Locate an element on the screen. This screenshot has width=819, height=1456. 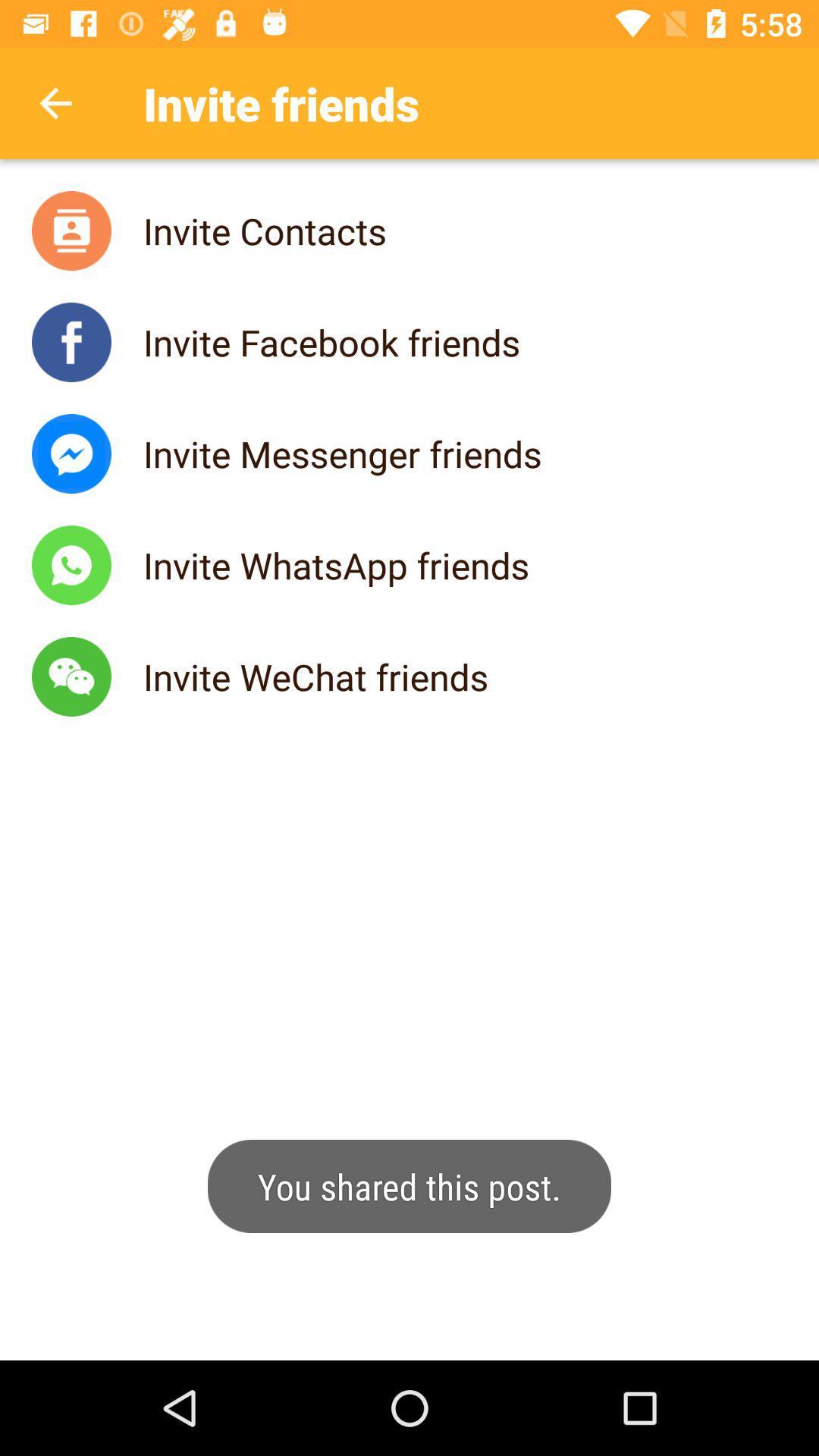
backword the option is located at coordinates (55, 102).